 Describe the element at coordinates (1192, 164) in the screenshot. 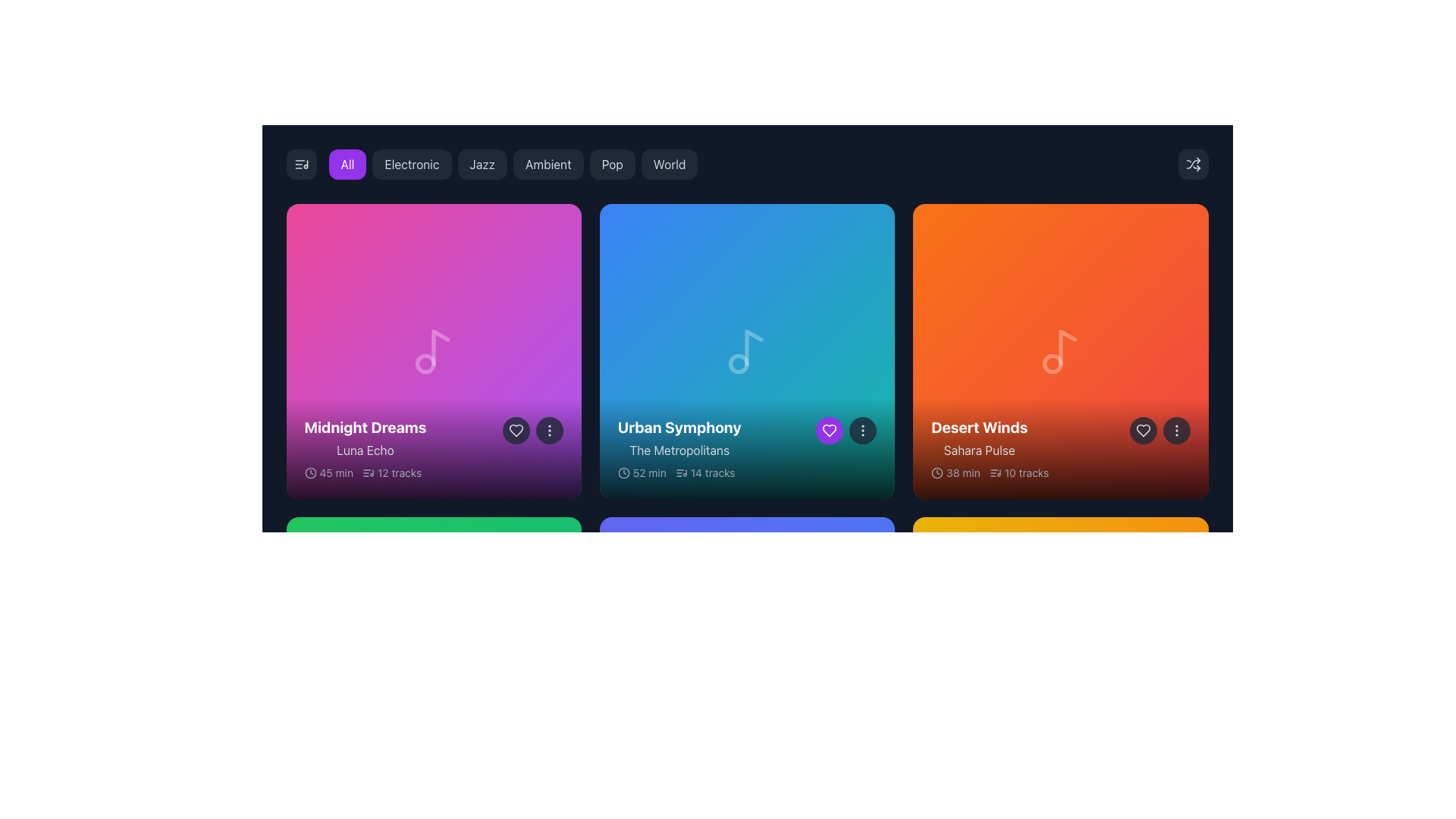

I see `the shuffle icon in the top-right corner of the interface` at that location.